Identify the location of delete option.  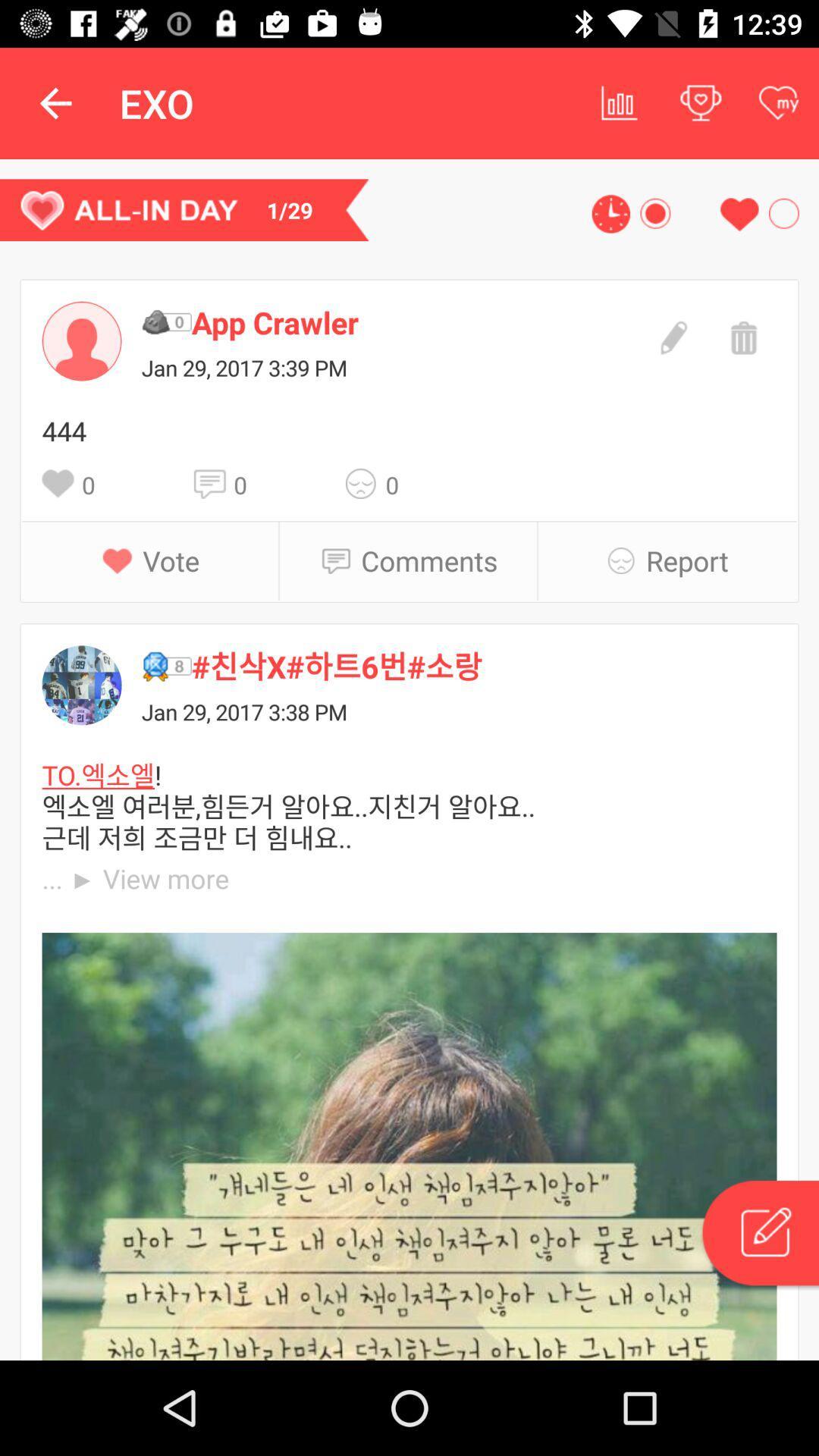
(741, 335).